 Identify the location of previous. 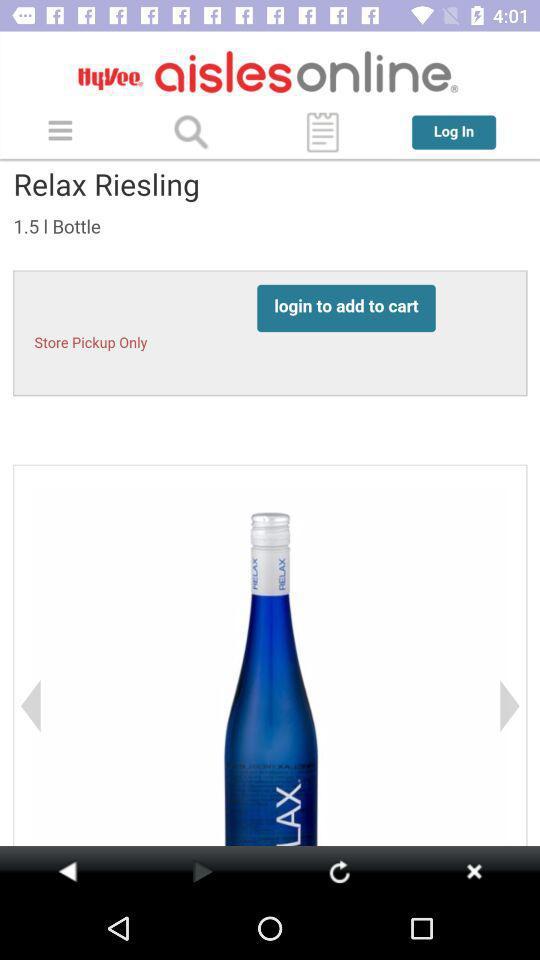
(202, 870).